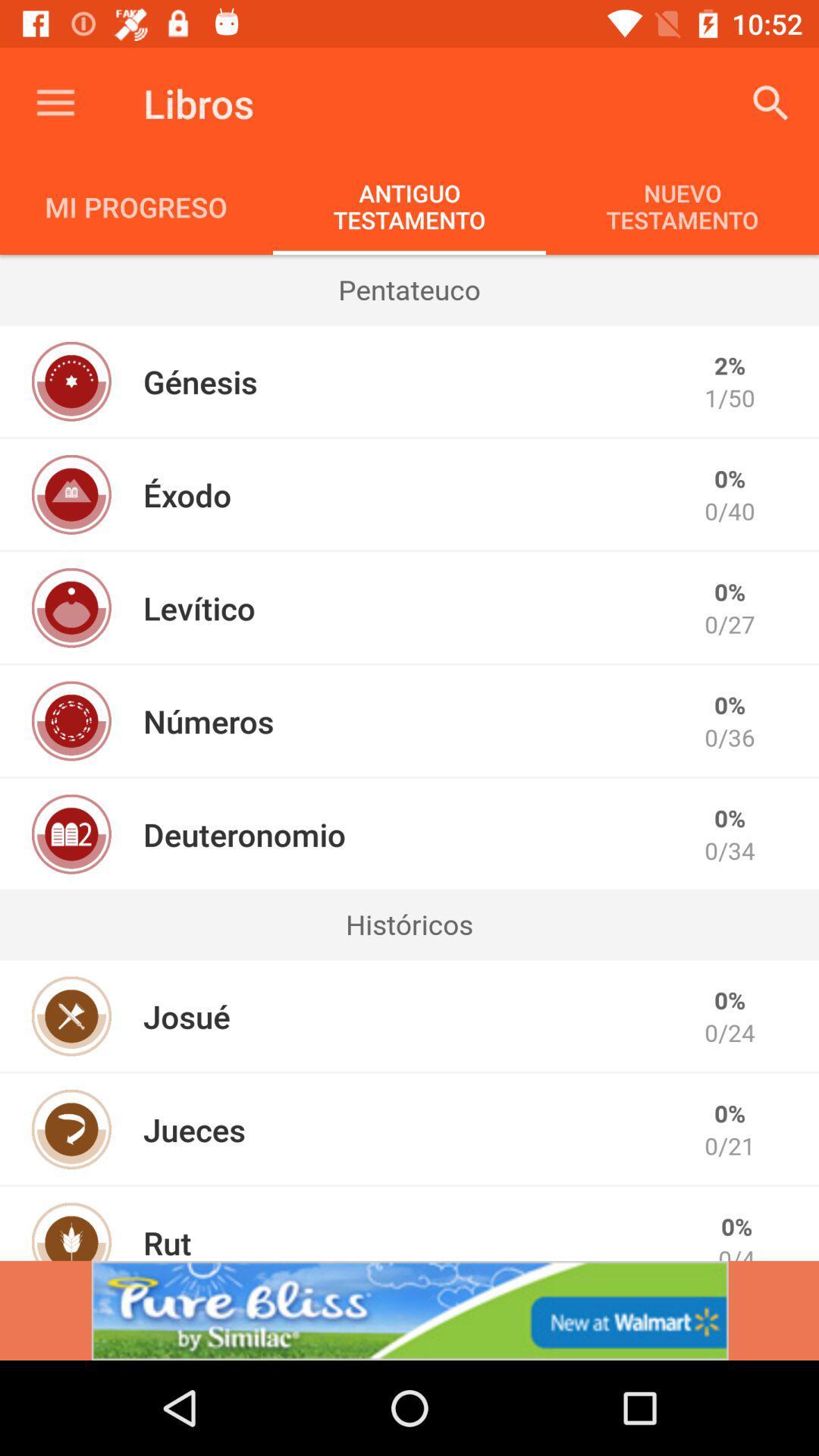  Describe the element at coordinates (209, 720) in the screenshot. I see `the icon to the left of 0/36` at that location.